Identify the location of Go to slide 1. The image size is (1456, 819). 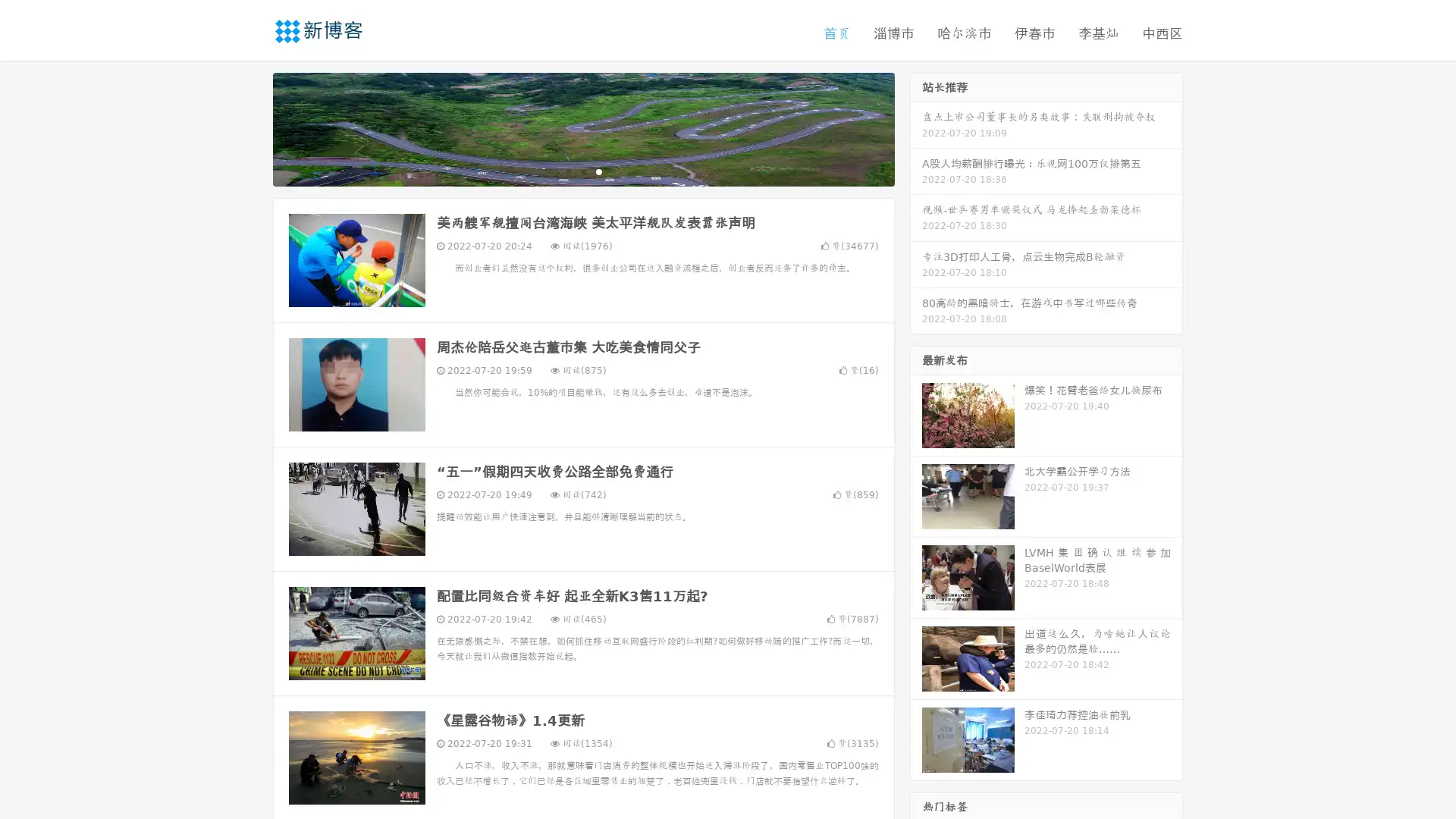
(567, 171).